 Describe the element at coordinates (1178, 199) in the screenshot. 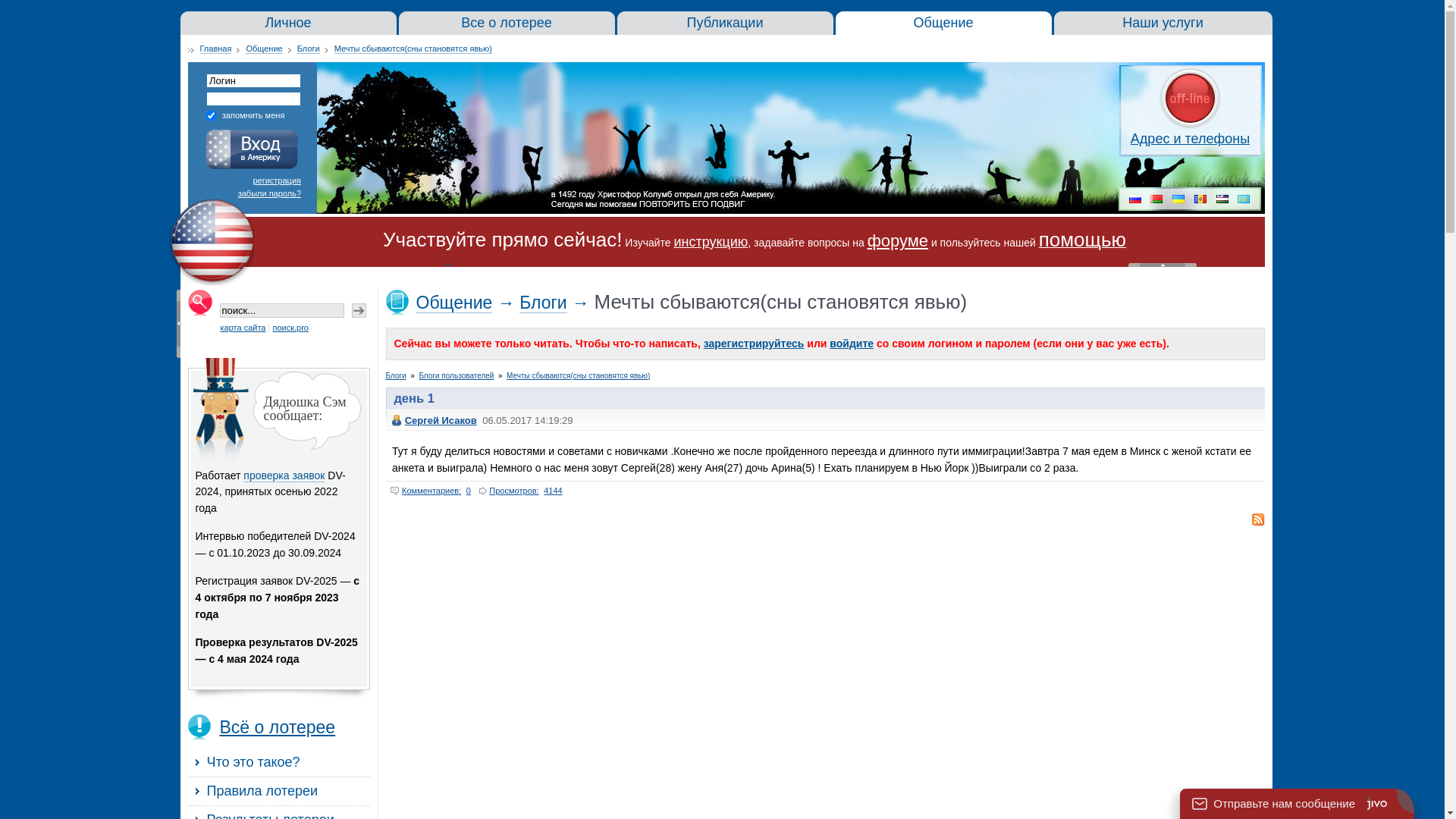

I see `'ua'` at that location.